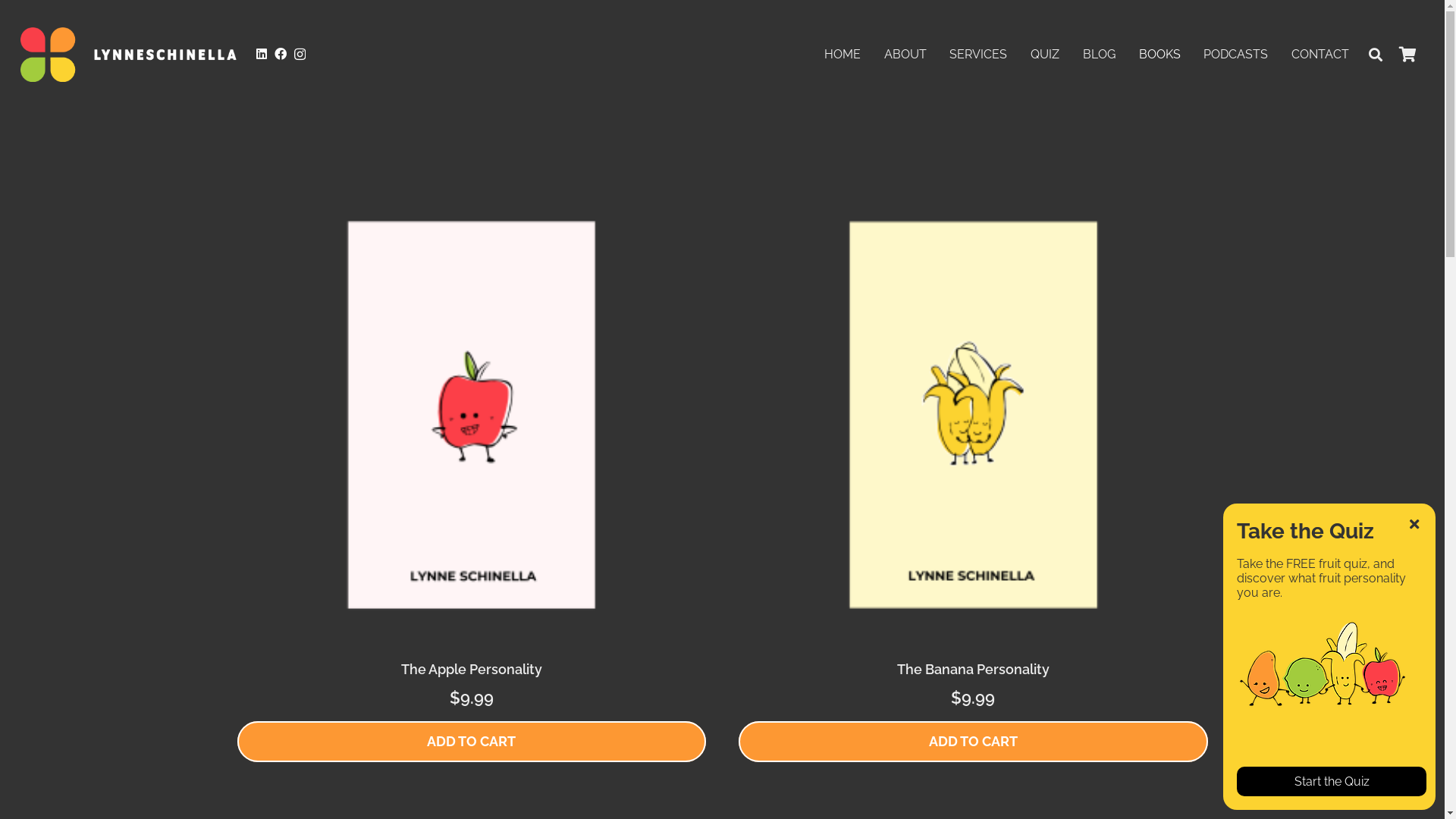 Image resolution: width=1456 pixels, height=819 pixels. What do you see at coordinates (1331, 781) in the screenshot?
I see `'Start the Quiz'` at bounding box center [1331, 781].